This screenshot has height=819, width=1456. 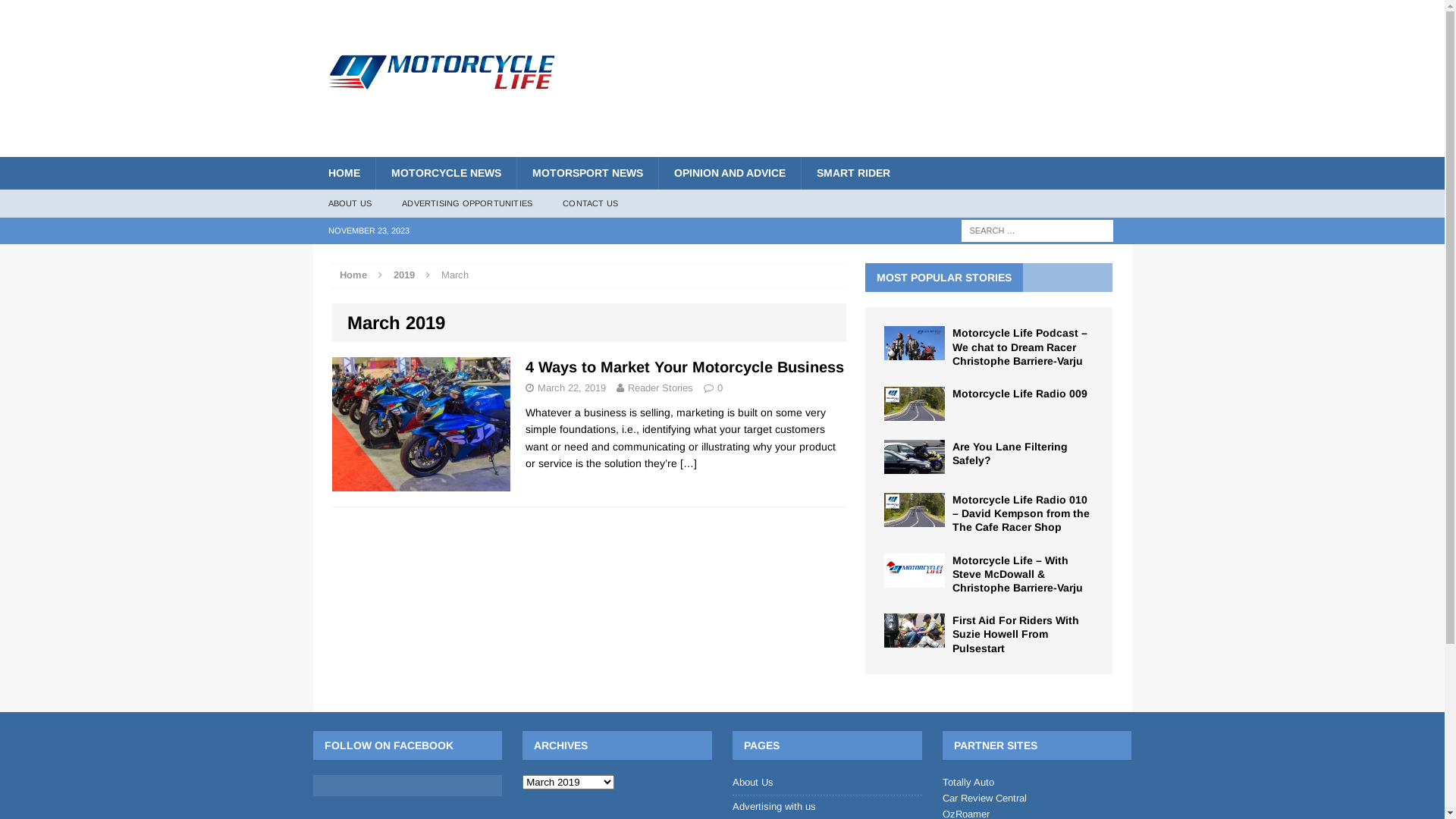 What do you see at coordinates (352, 275) in the screenshot?
I see `'Home'` at bounding box center [352, 275].